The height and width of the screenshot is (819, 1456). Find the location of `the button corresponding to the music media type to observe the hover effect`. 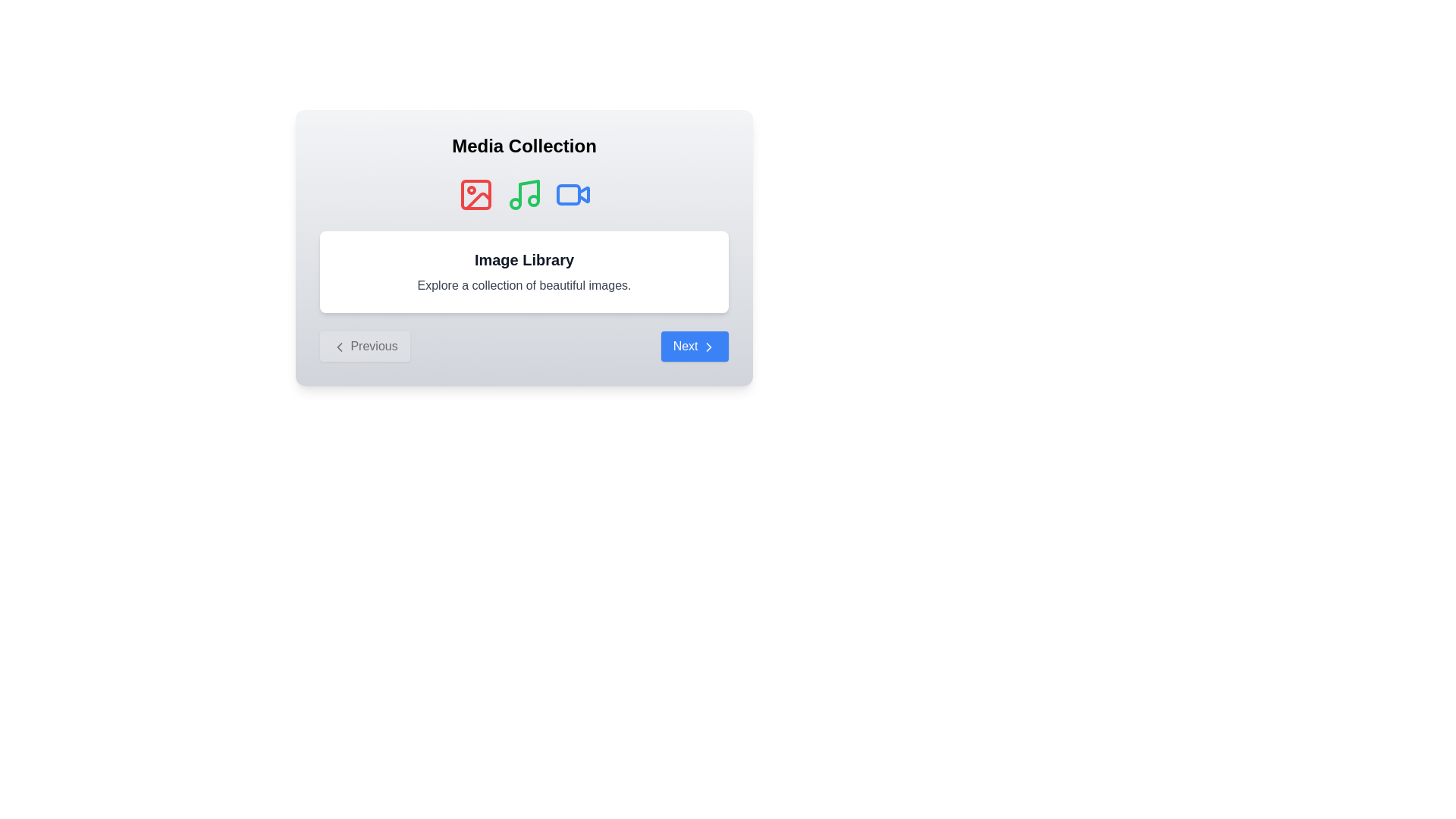

the button corresponding to the music media type to observe the hover effect is located at coordinates (524, 194).